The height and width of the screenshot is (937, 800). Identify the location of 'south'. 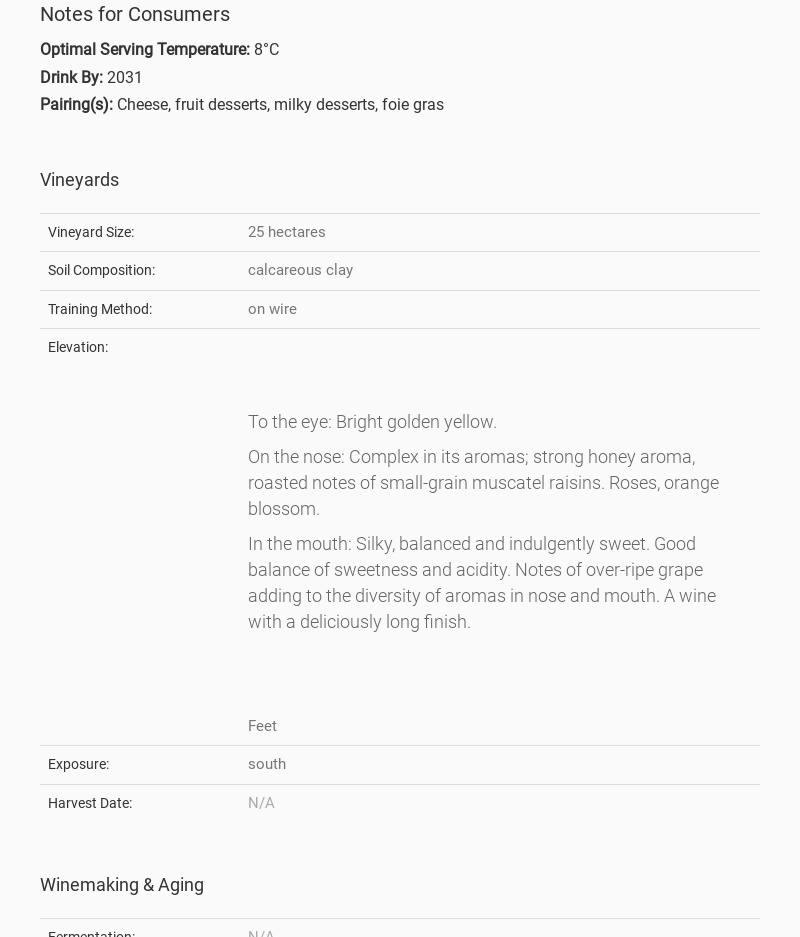
(265, 764).